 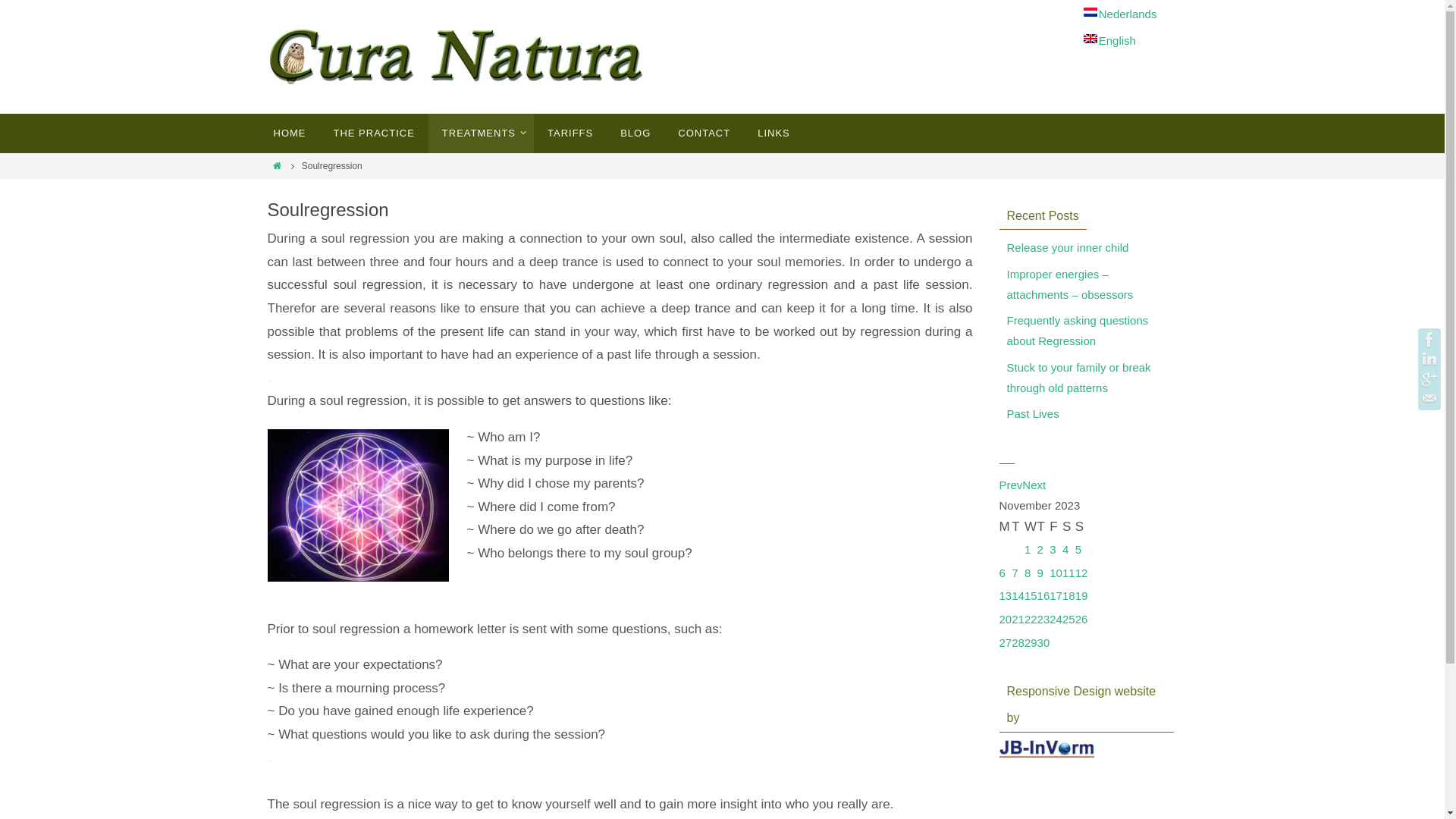 I want to click on 'Prev', so click(x=1011, y=485).